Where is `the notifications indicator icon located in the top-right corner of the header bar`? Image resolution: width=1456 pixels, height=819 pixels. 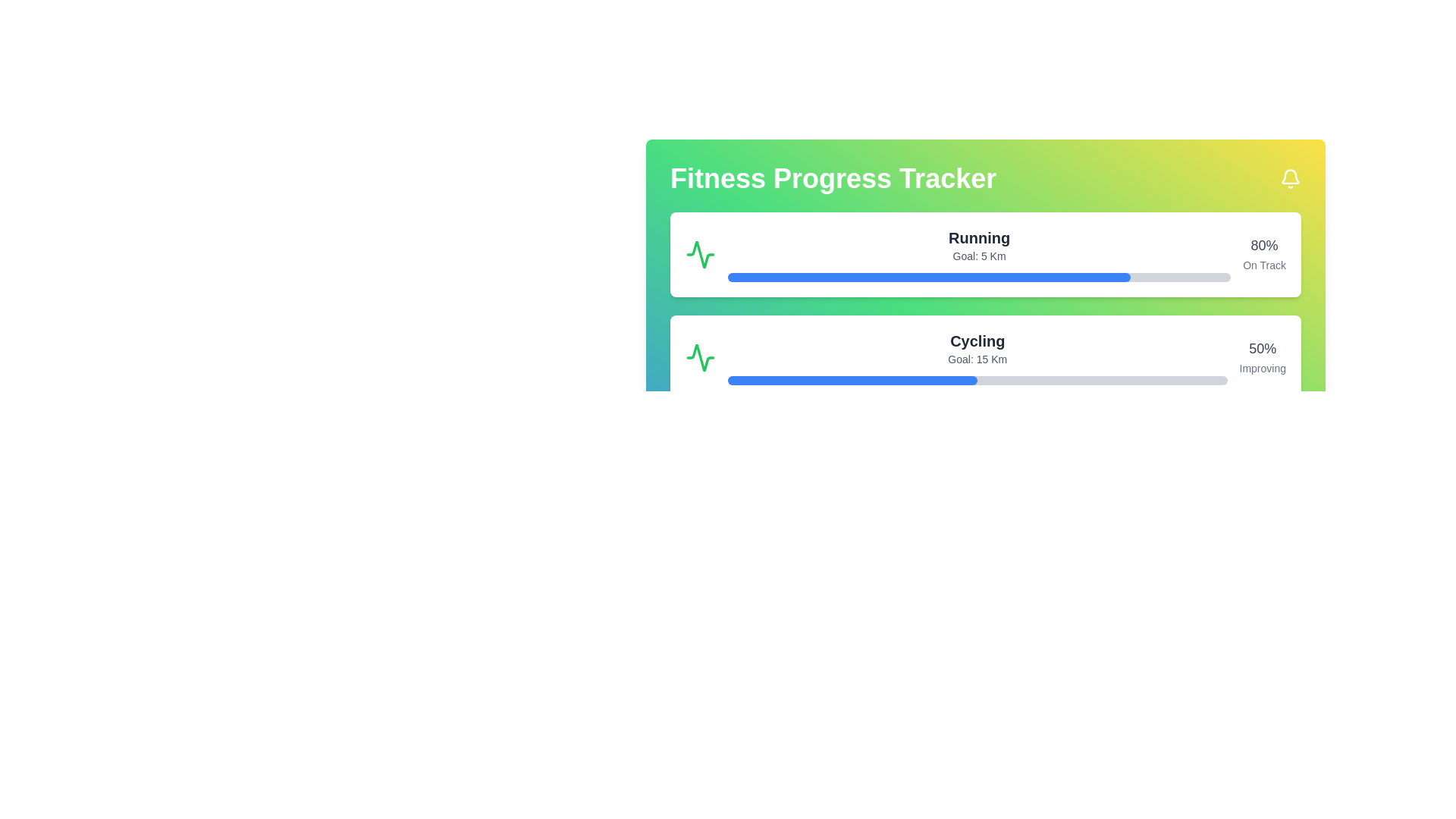
the notifications indicator icon located in the top-right corner of the header bar is located at coordinates (1290, 177).